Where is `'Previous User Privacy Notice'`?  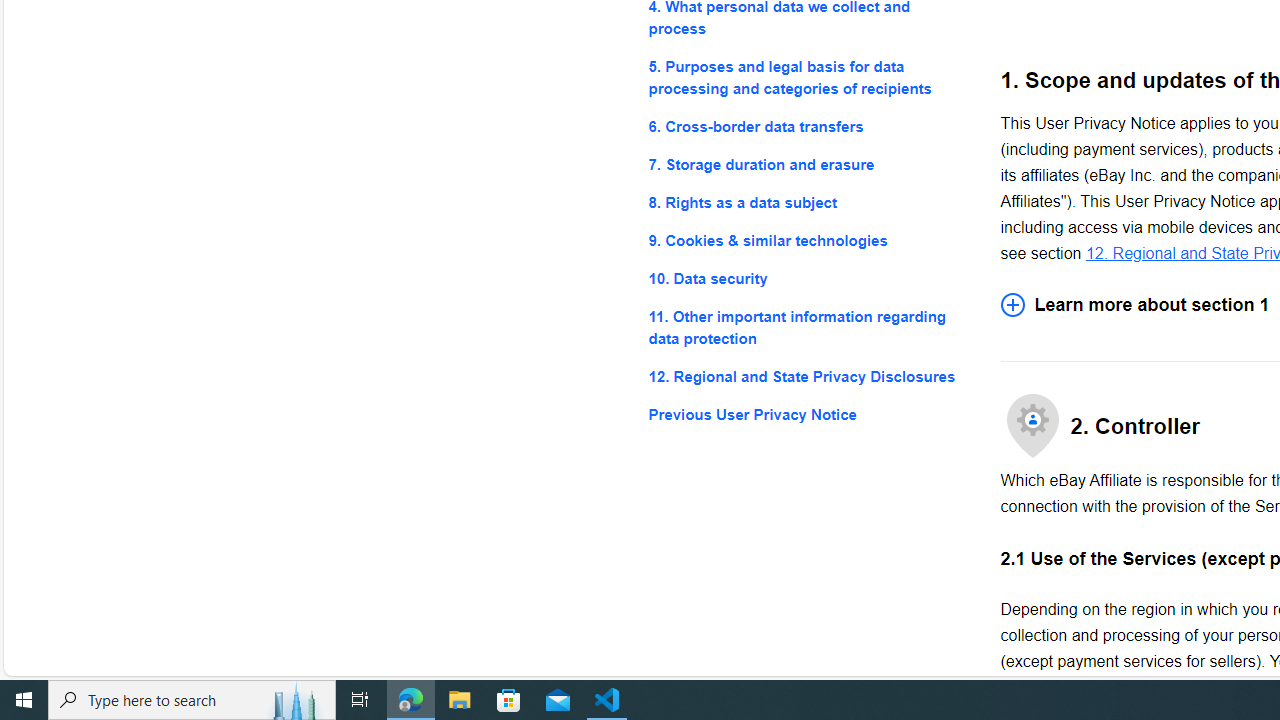 'Previous User Privacy Notice' is located at coordinates (808, 414).